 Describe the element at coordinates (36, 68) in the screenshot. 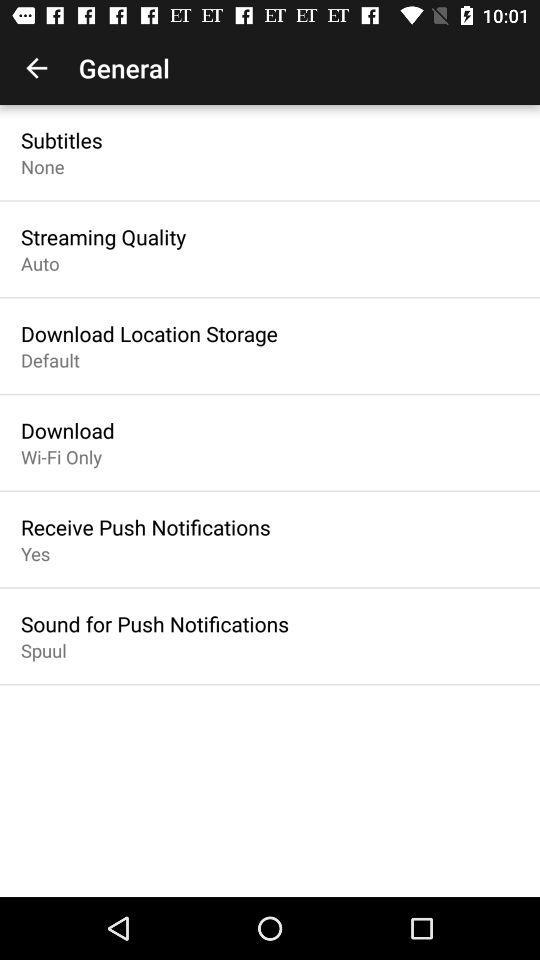

I see `item above subtitles icon` at that location.